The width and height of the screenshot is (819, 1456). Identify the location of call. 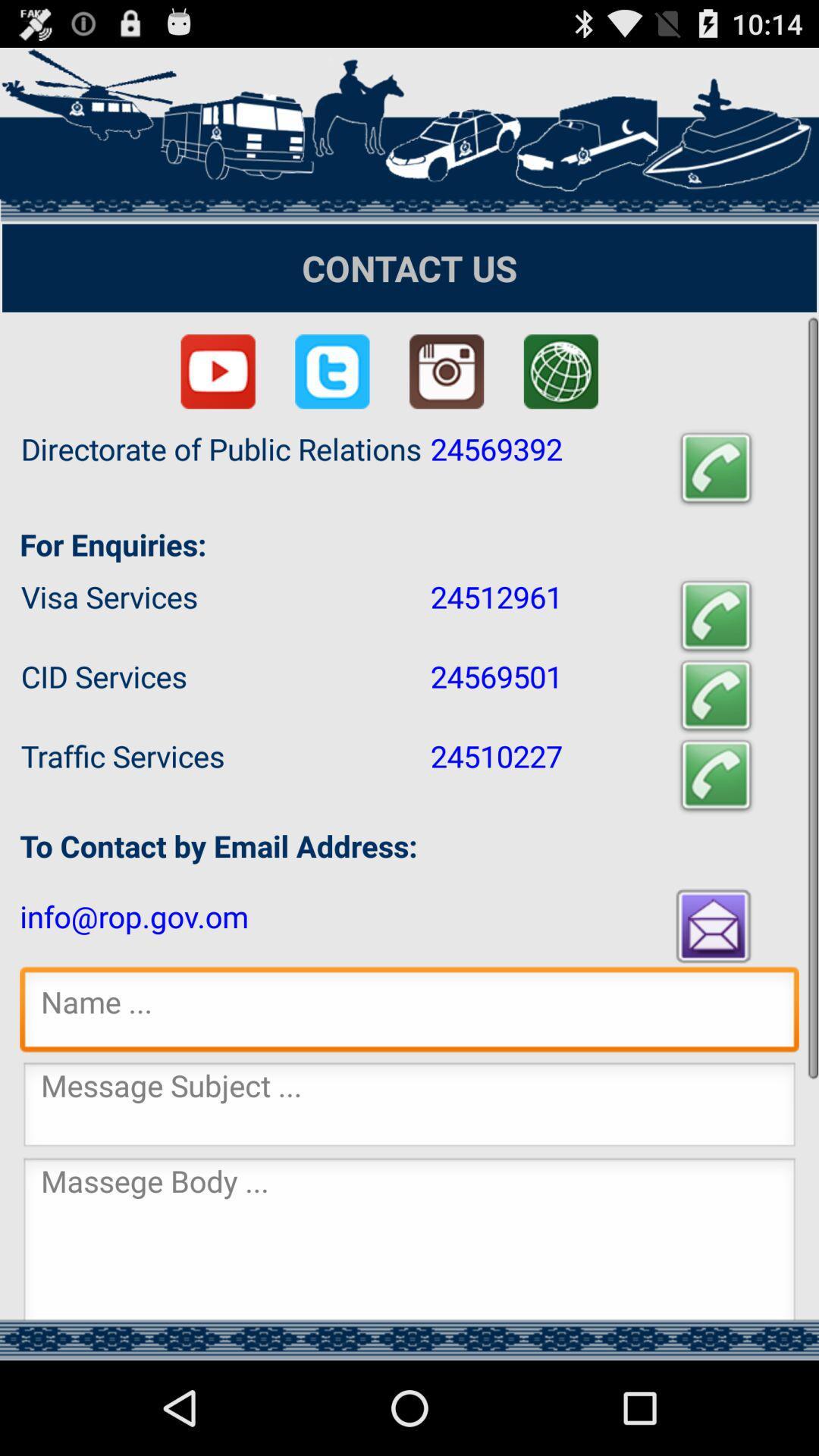
(716, 775).